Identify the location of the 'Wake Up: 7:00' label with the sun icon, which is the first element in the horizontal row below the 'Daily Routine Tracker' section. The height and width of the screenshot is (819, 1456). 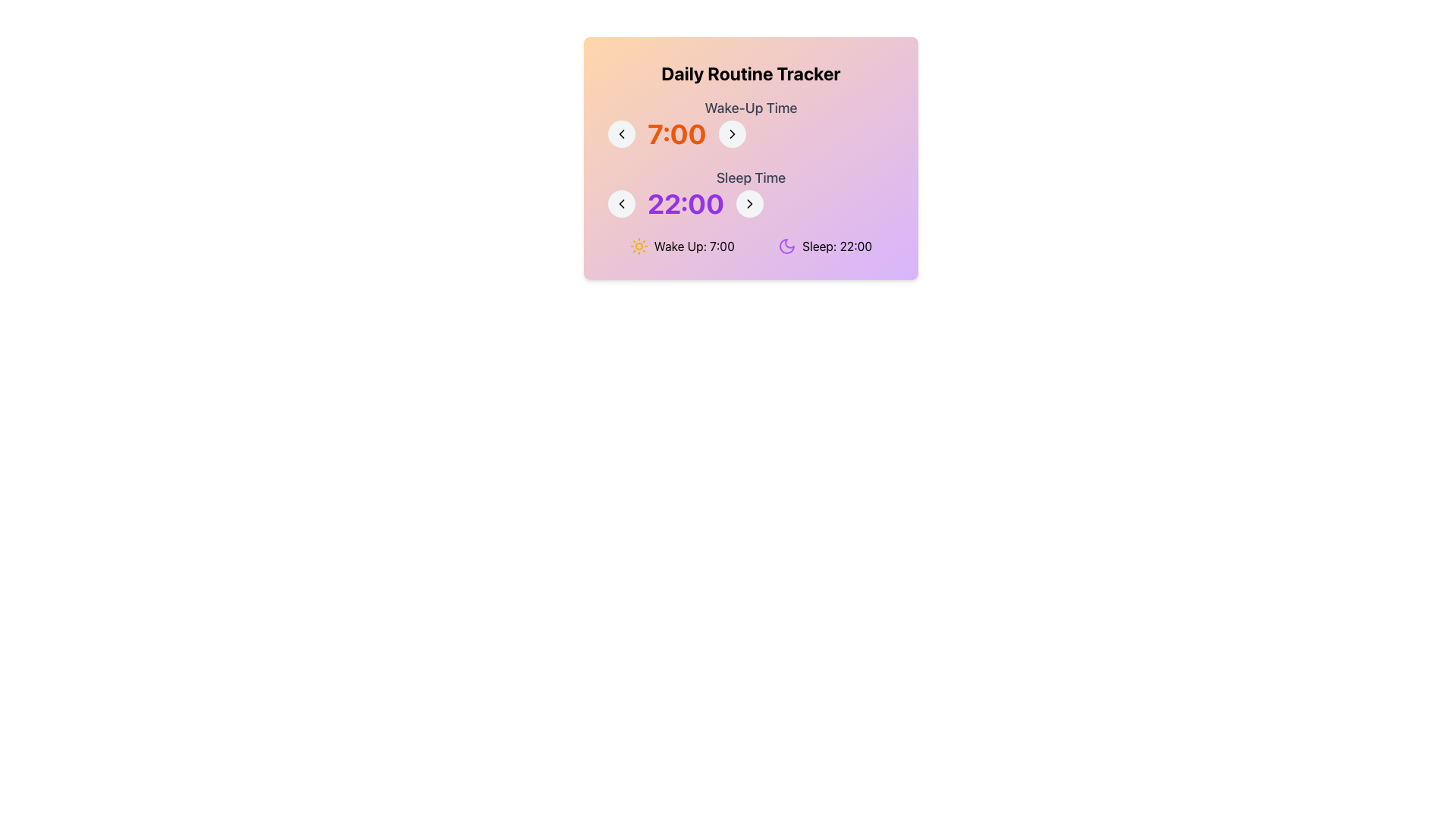
(681, 245).